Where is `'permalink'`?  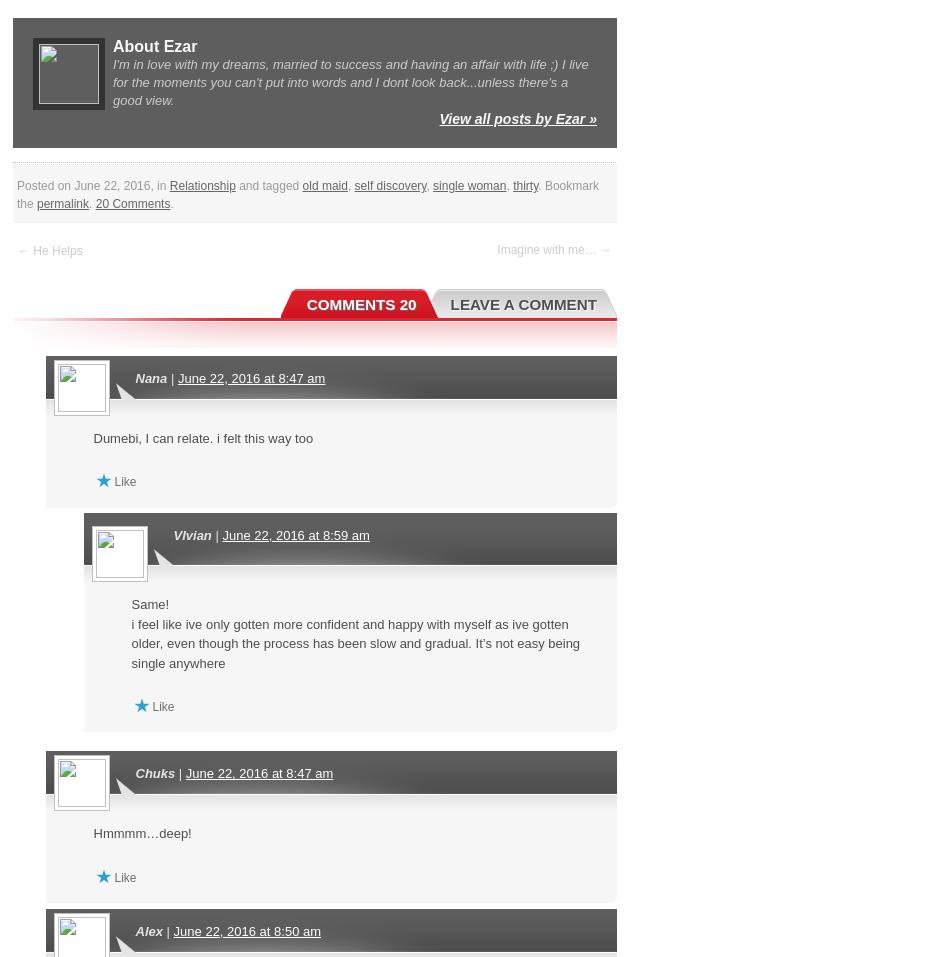
'permalink' is located at coordinates (61, 203).